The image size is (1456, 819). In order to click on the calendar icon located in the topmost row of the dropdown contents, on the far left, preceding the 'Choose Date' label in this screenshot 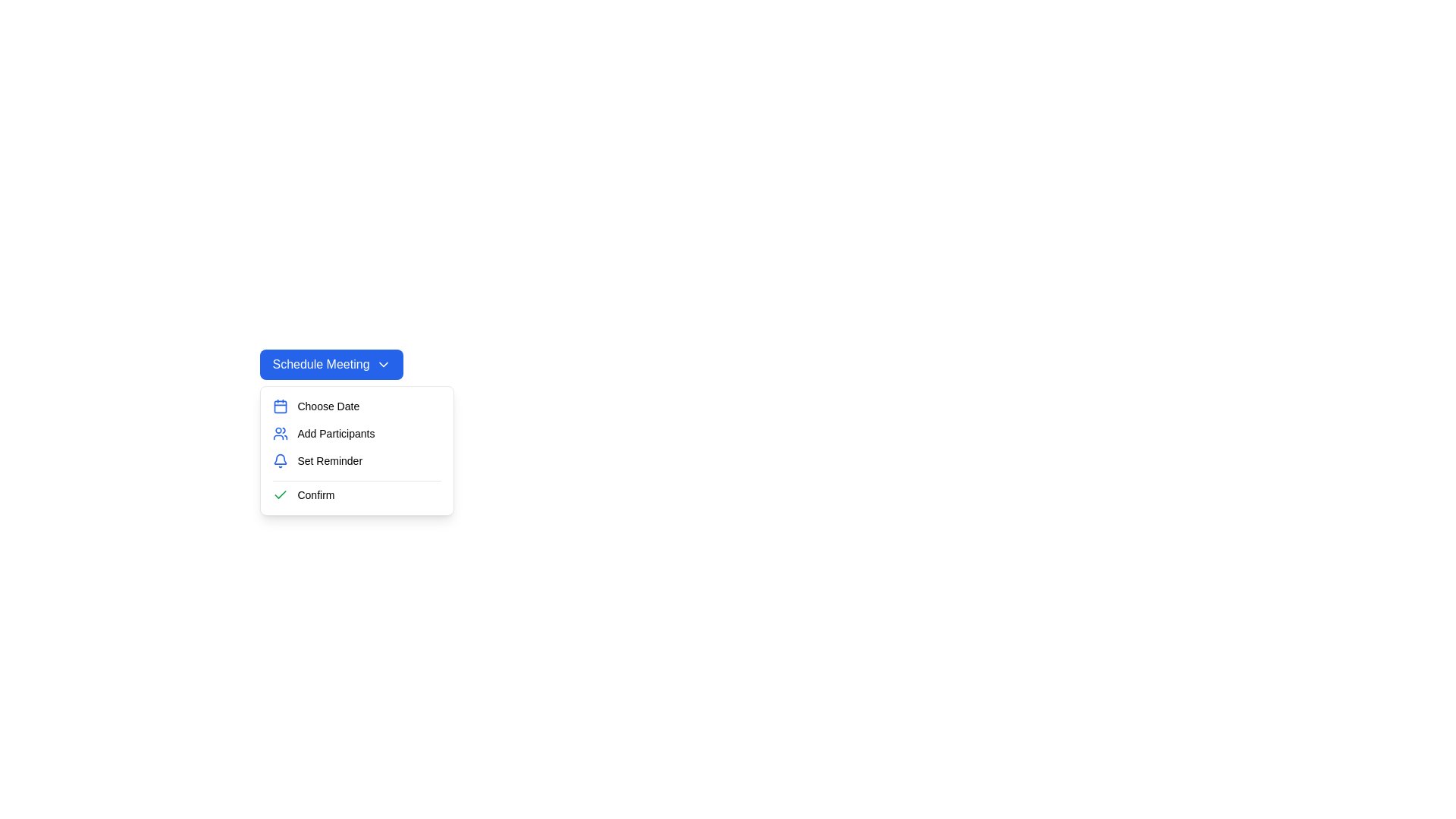, I will do `click(281, 406)`.